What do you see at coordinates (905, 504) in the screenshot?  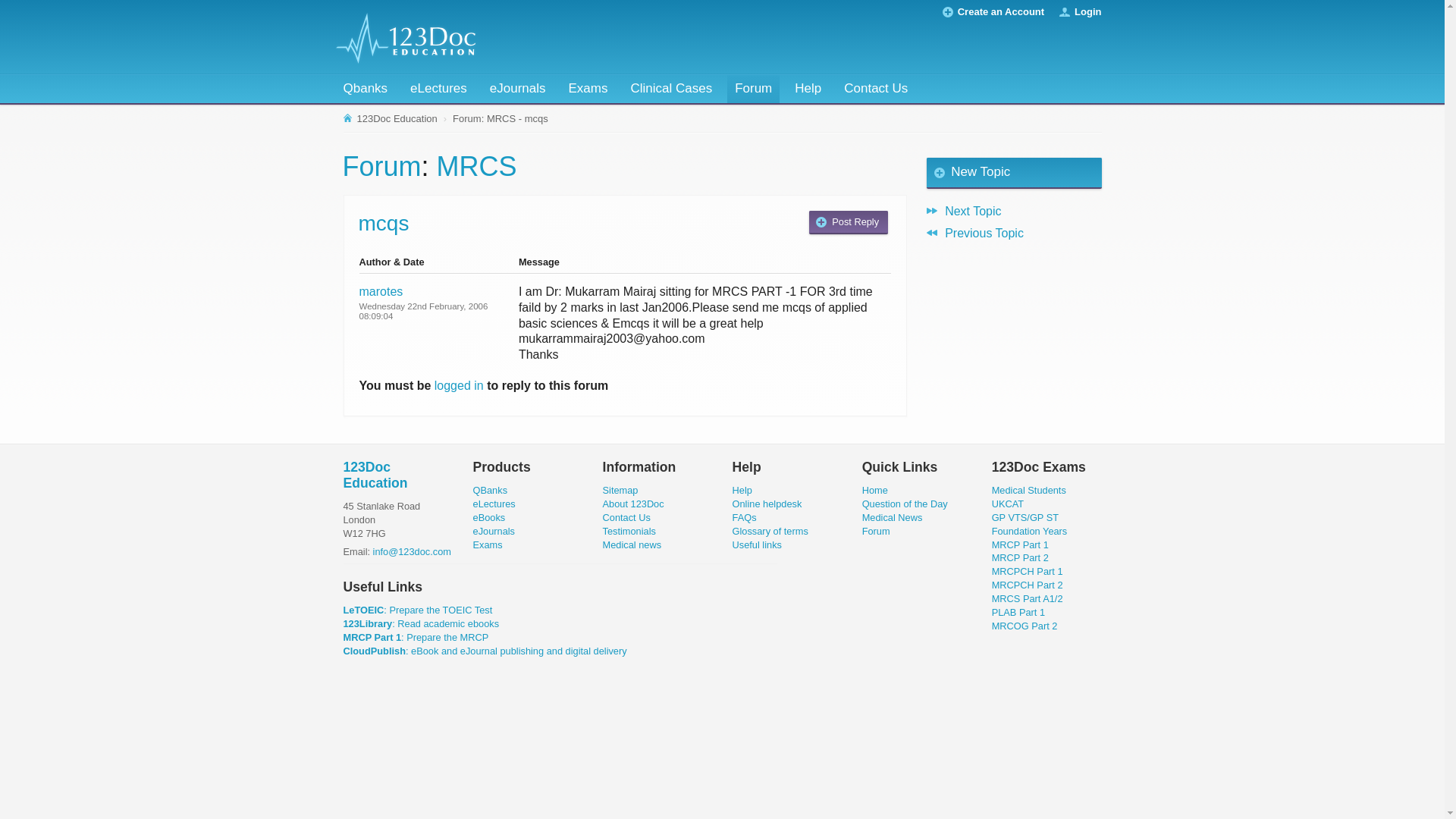 I see `'Question of the Day'` at bounding box center [905, 504].